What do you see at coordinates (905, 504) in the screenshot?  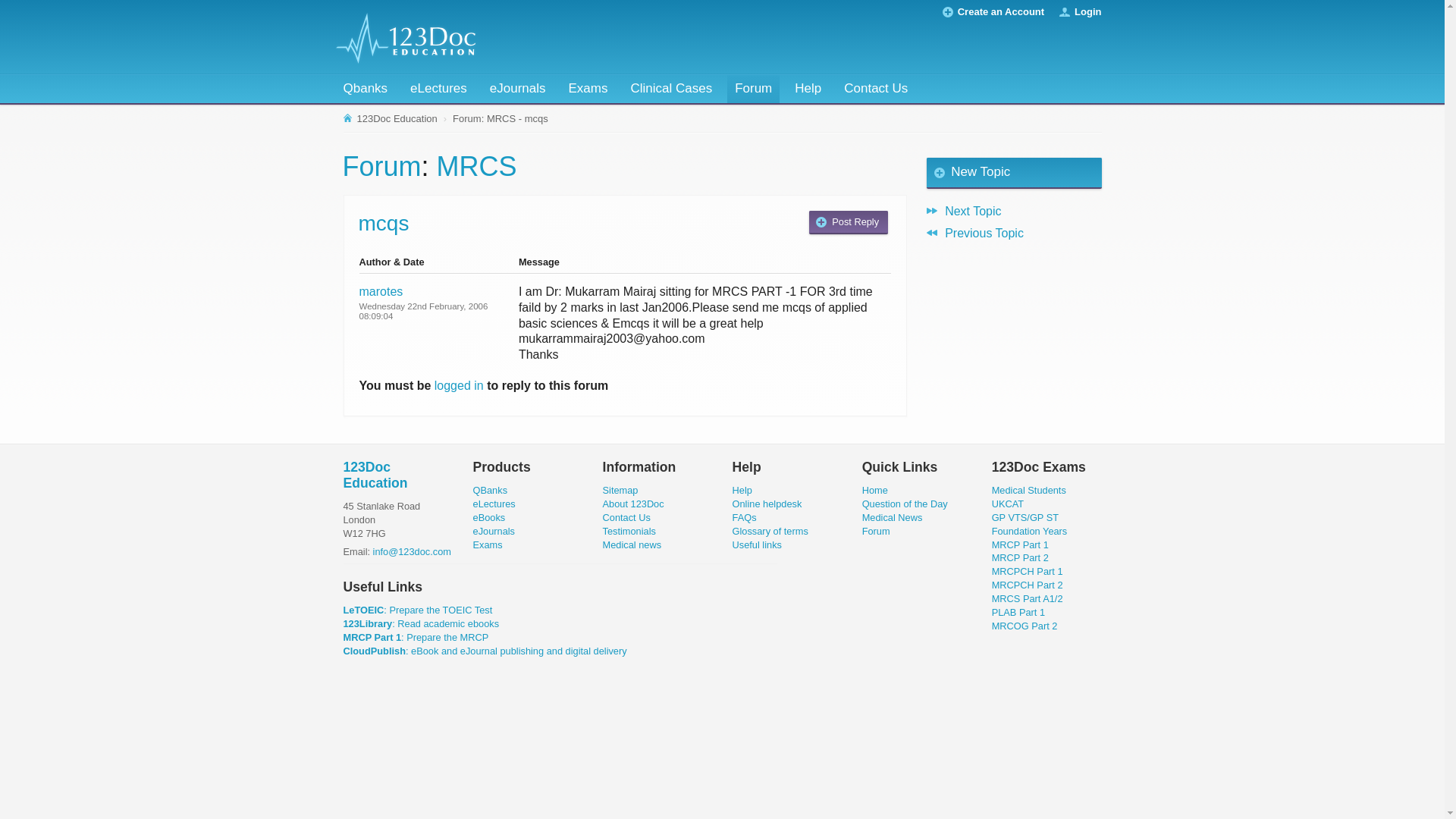 I see `'Question of the Day'` at bounding box center [905, 504].